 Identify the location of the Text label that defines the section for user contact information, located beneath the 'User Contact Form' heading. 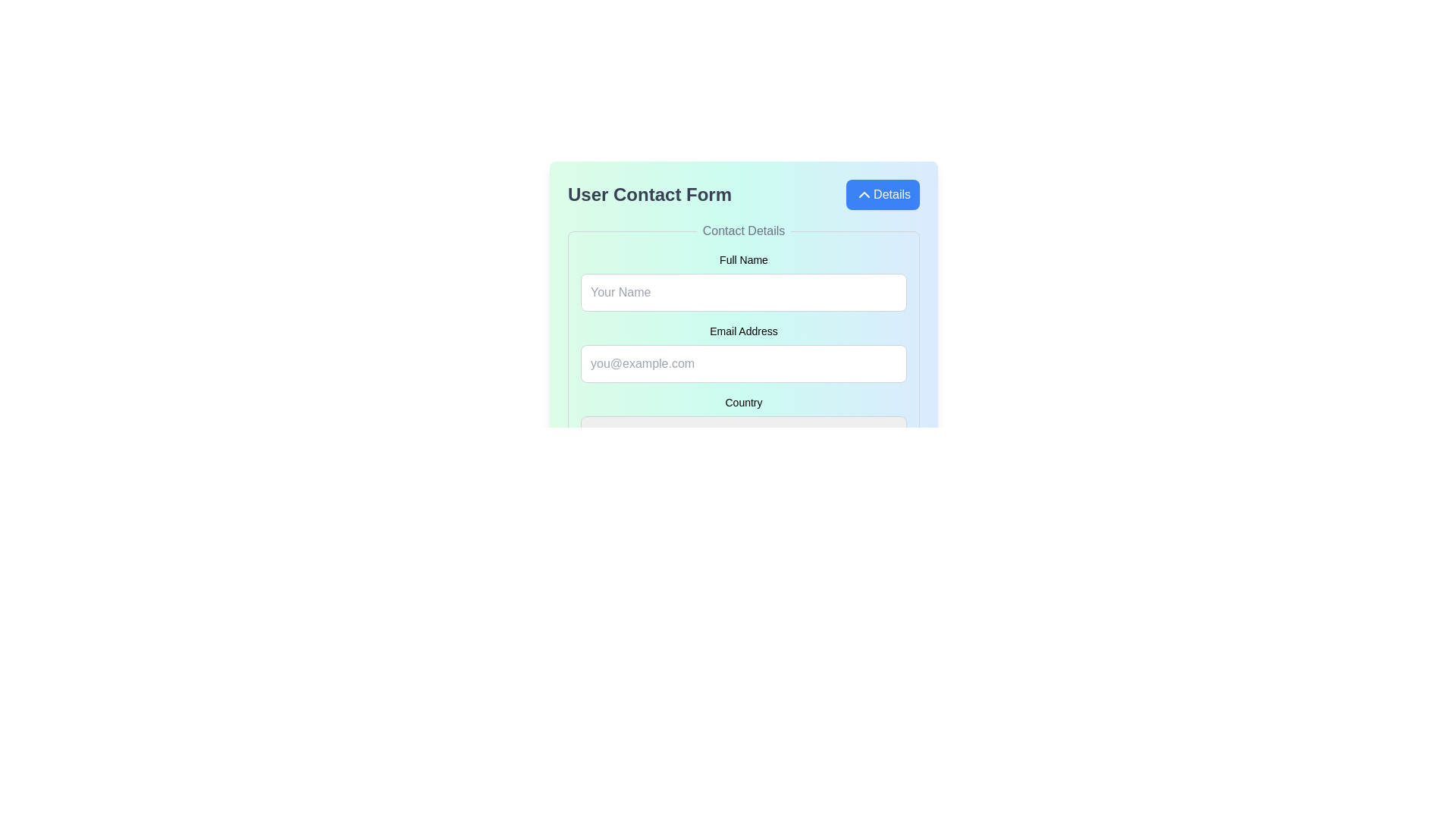
(743, 231).